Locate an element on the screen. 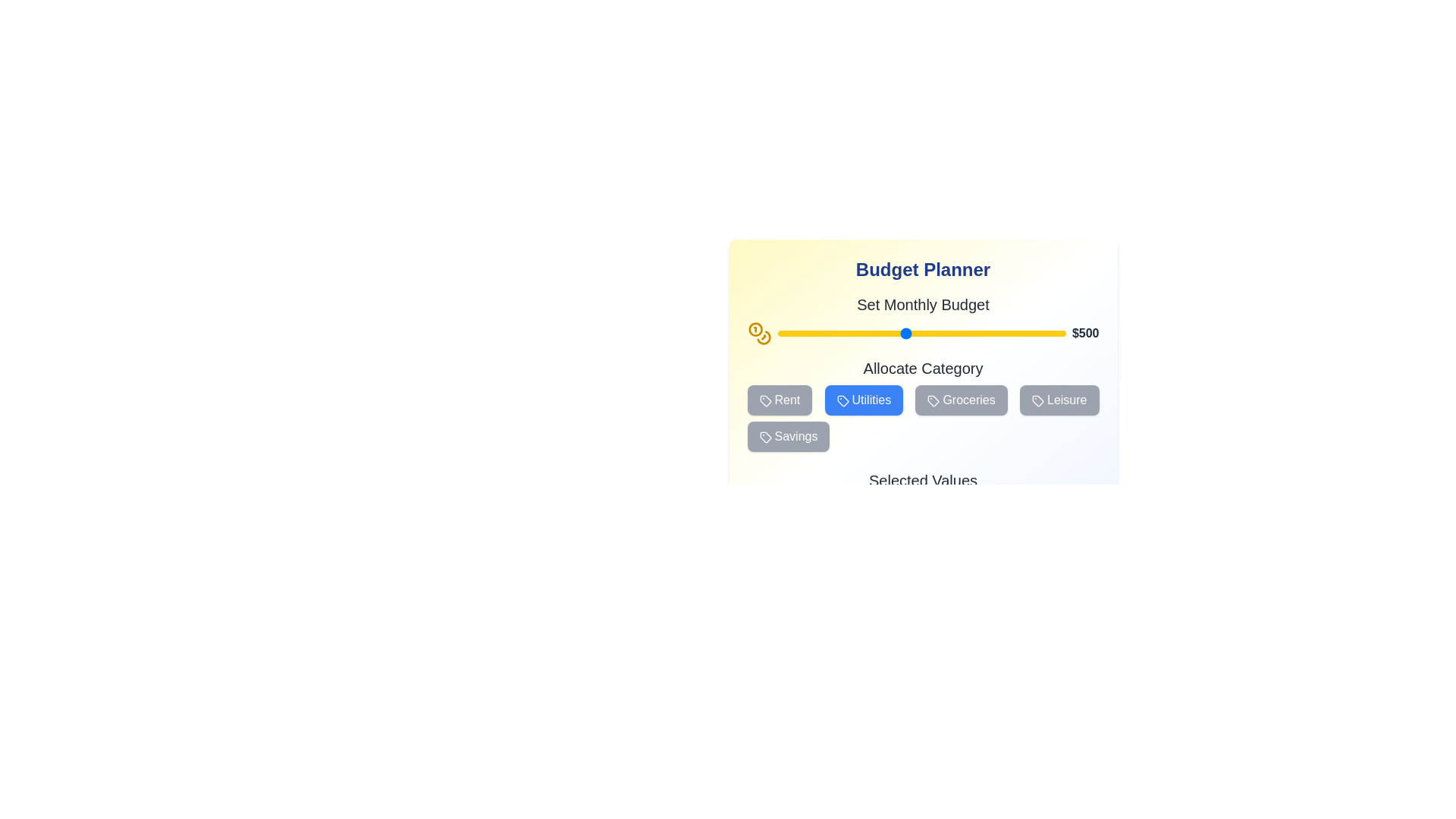  the slider is located at coordinates (799, 332).